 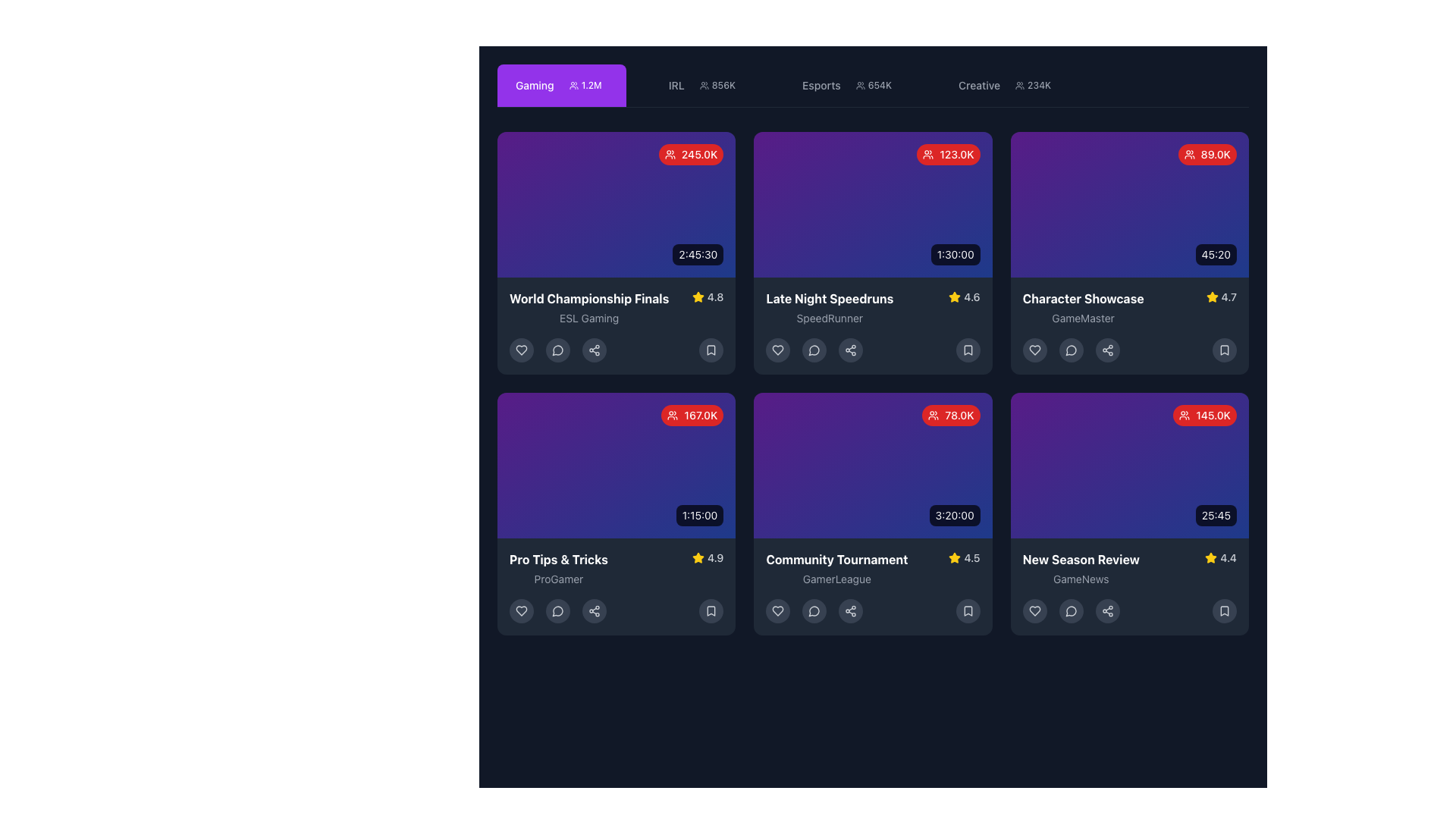 What do you see at coordinates (821, 85) in the screenshot?
I see `the 'Esports' text label in the top navigation menu` at bounding box center [821, 85].